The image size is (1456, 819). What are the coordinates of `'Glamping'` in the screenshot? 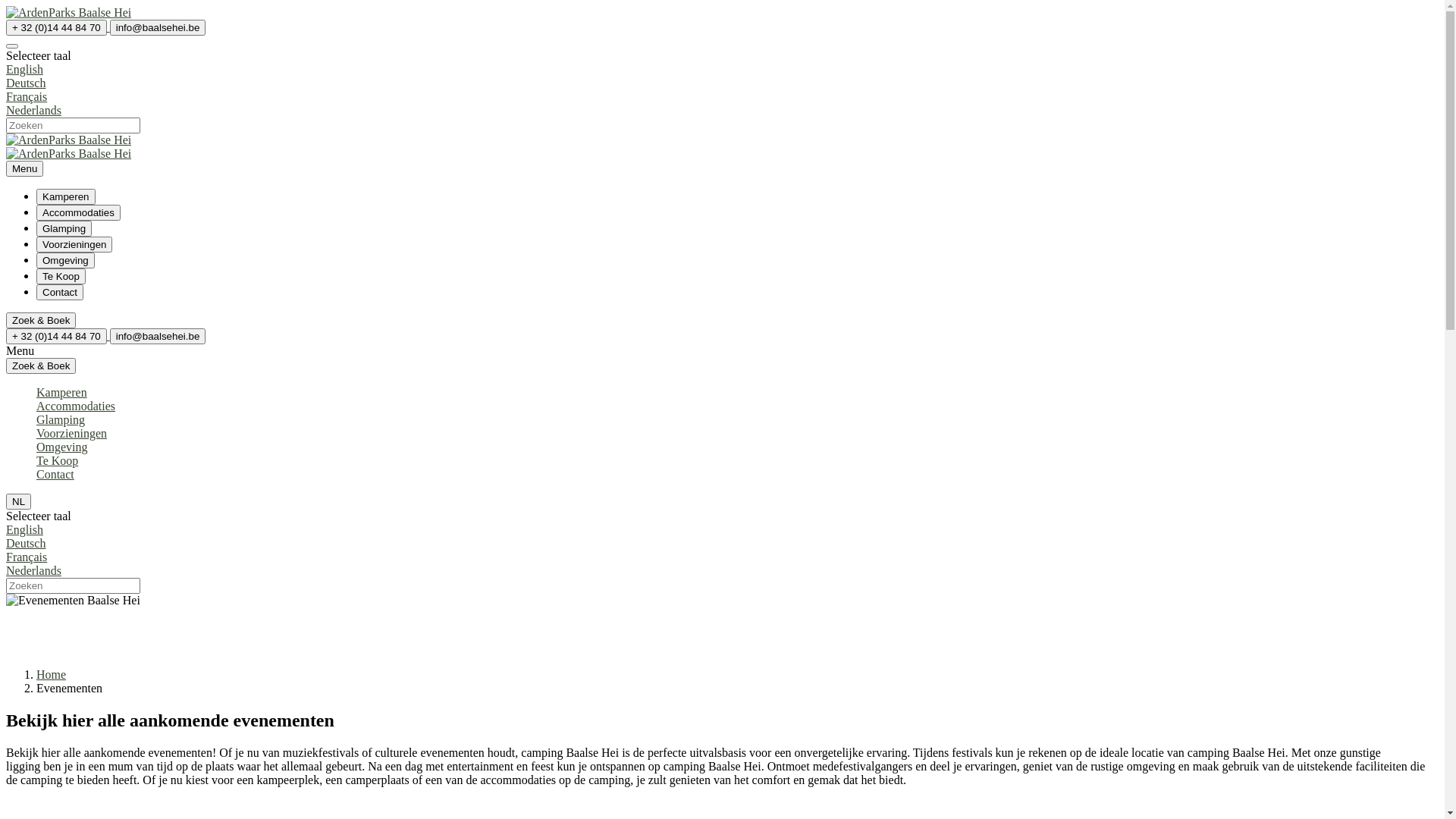 It's located at (61, 419).